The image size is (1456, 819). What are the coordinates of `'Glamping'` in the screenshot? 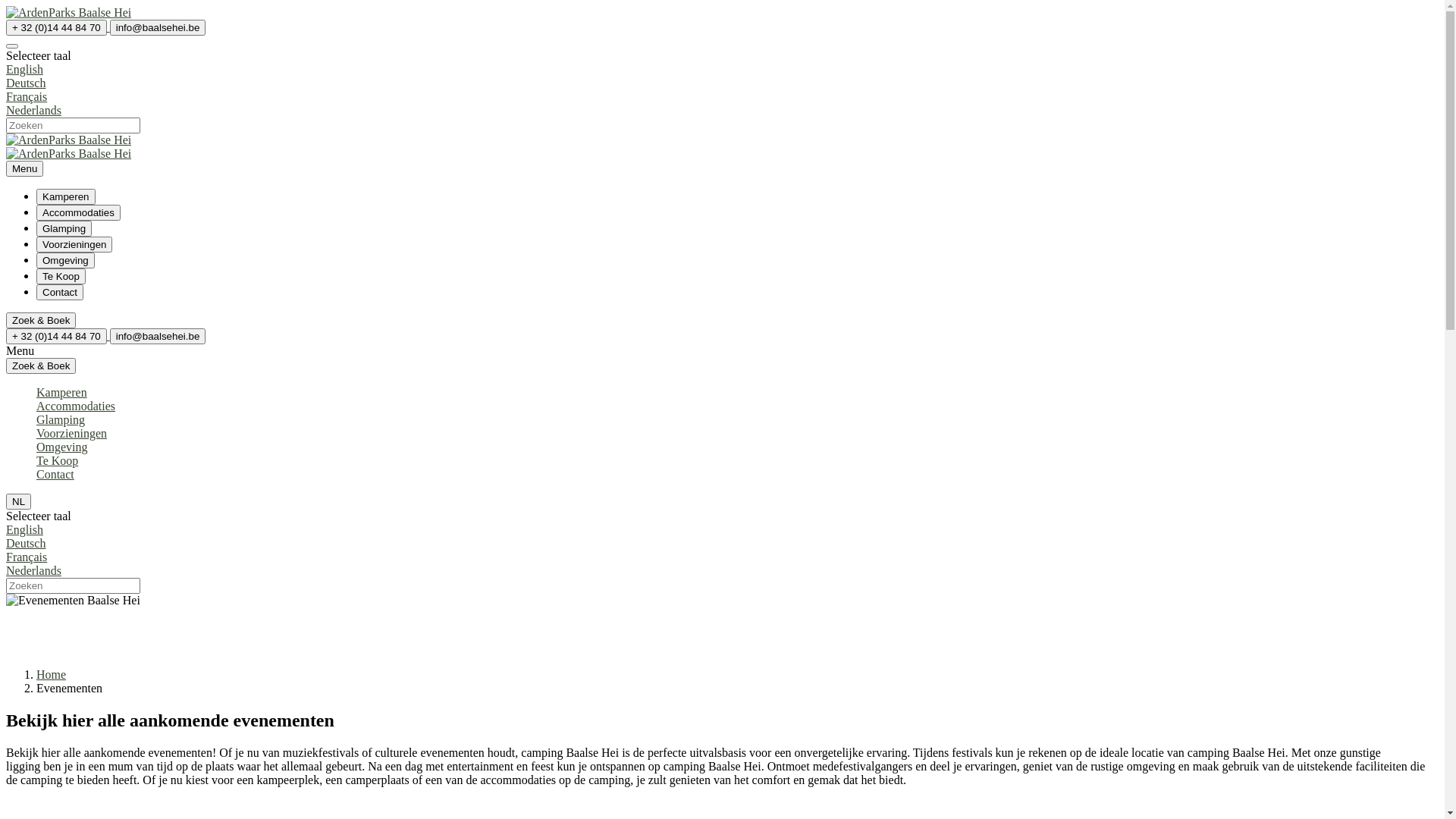 It's located at (61, 419).